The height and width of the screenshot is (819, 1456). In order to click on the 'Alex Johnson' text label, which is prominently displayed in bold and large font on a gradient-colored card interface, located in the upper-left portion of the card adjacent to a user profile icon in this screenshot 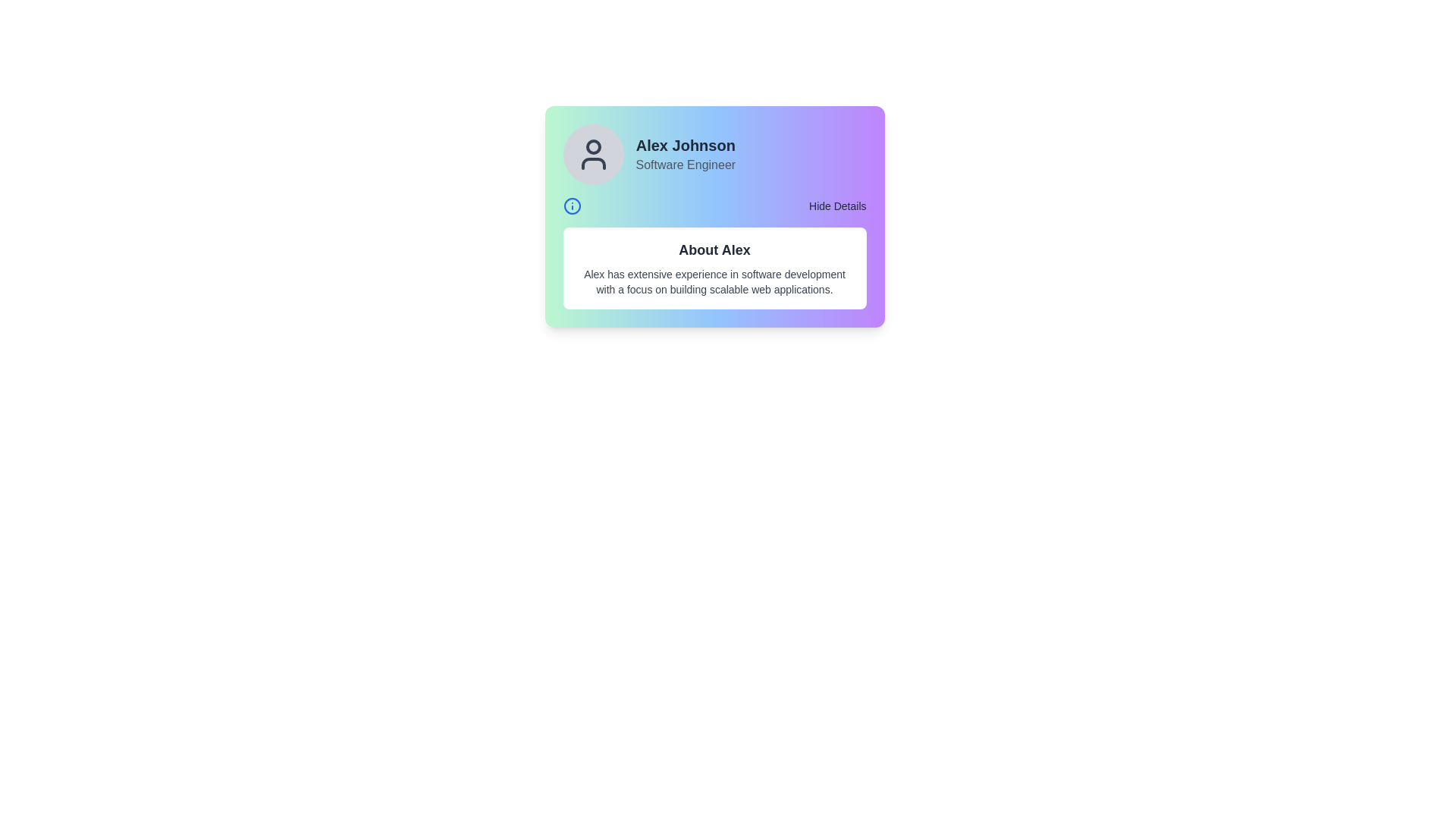, I will do `click(685, 146)`.